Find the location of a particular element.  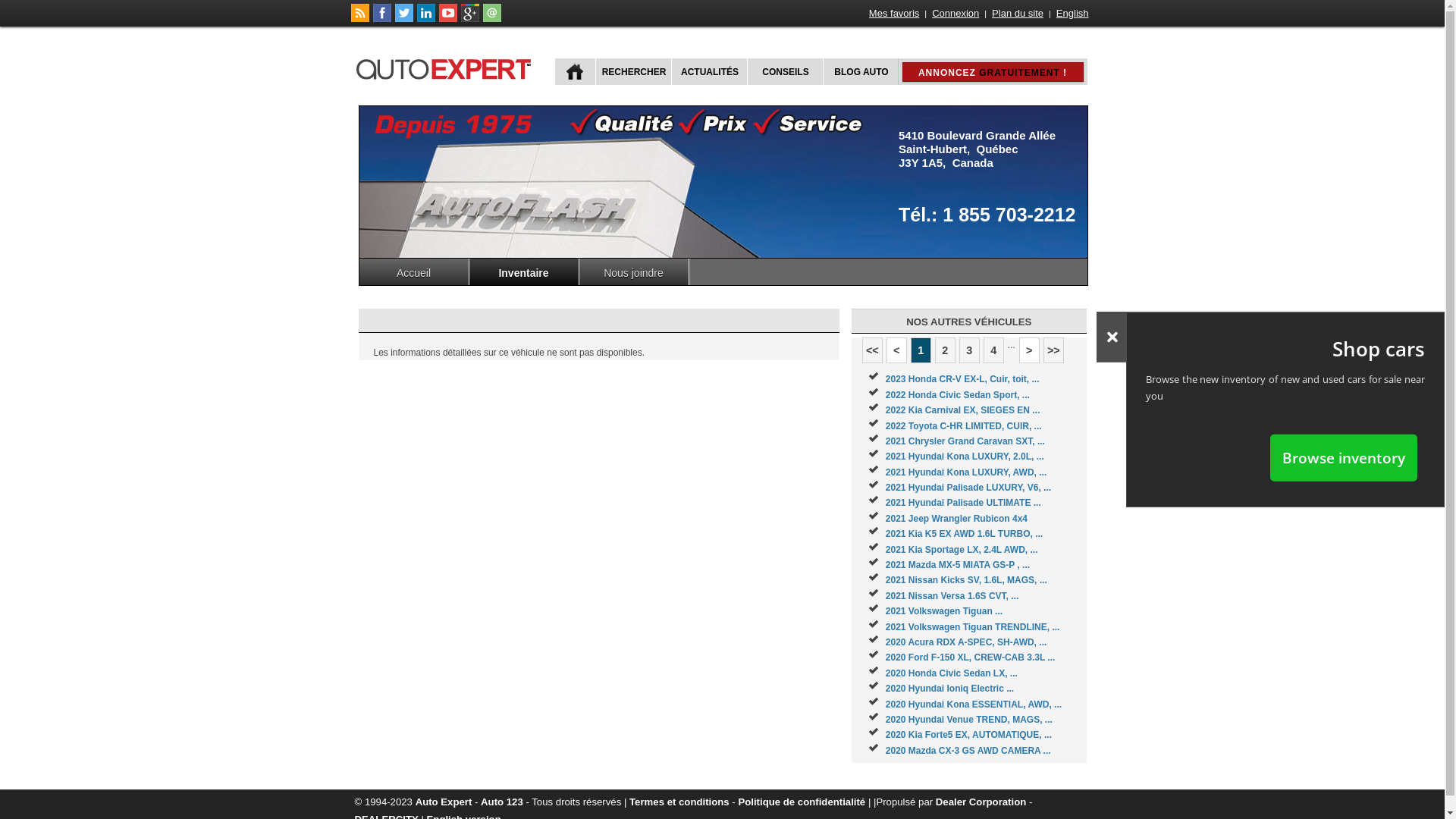

'2022 Honda Civic Sedan Sport, ...' is located at coordinates (956, 394).